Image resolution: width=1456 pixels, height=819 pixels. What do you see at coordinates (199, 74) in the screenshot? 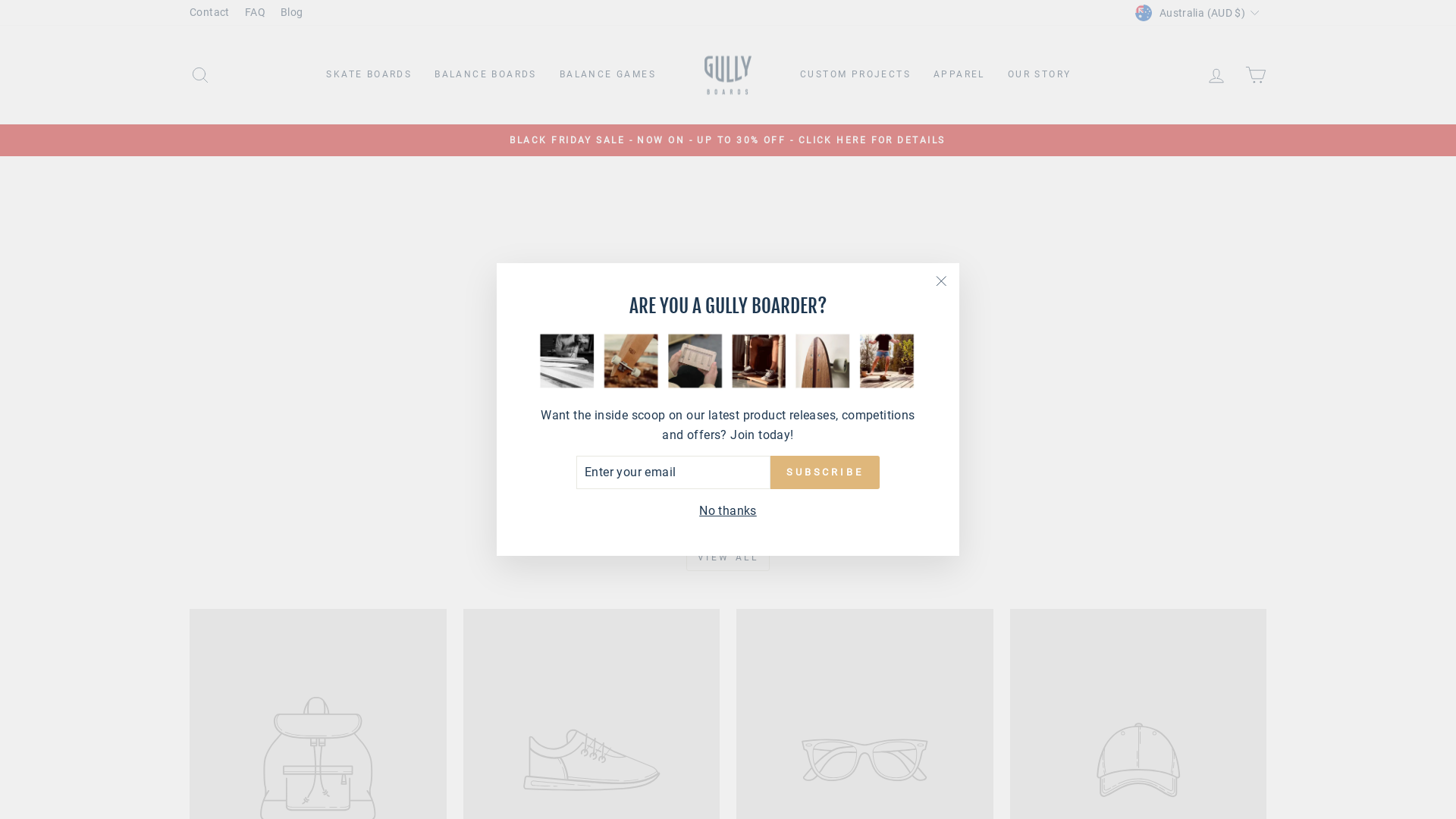
I see `'SEARCH'` at bounding box center [199, 74].